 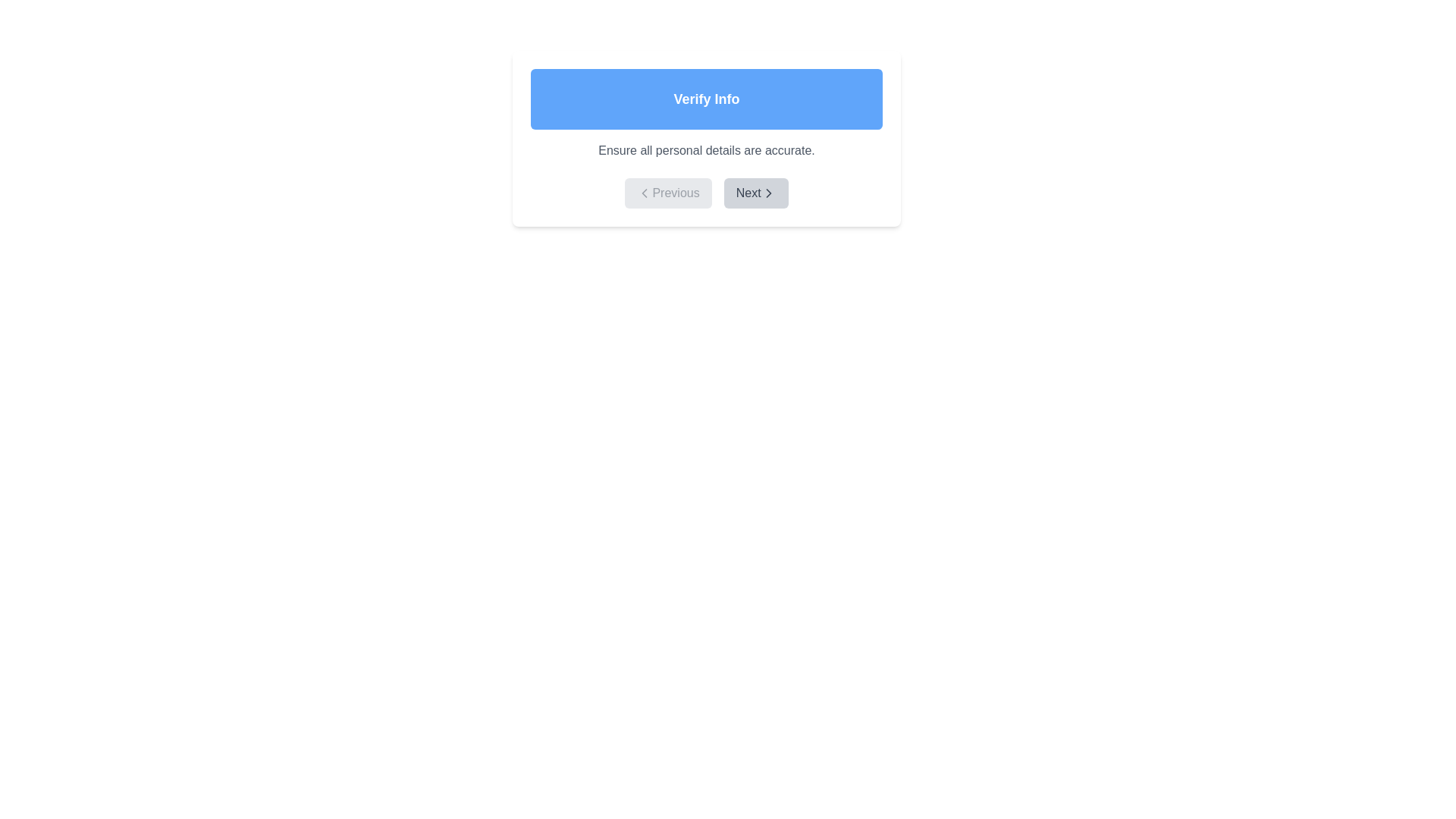 I want to click on text content of the title label located at the top-center of the interface, which is within a horizontal blue rectangle, so click(x=705, y=99).